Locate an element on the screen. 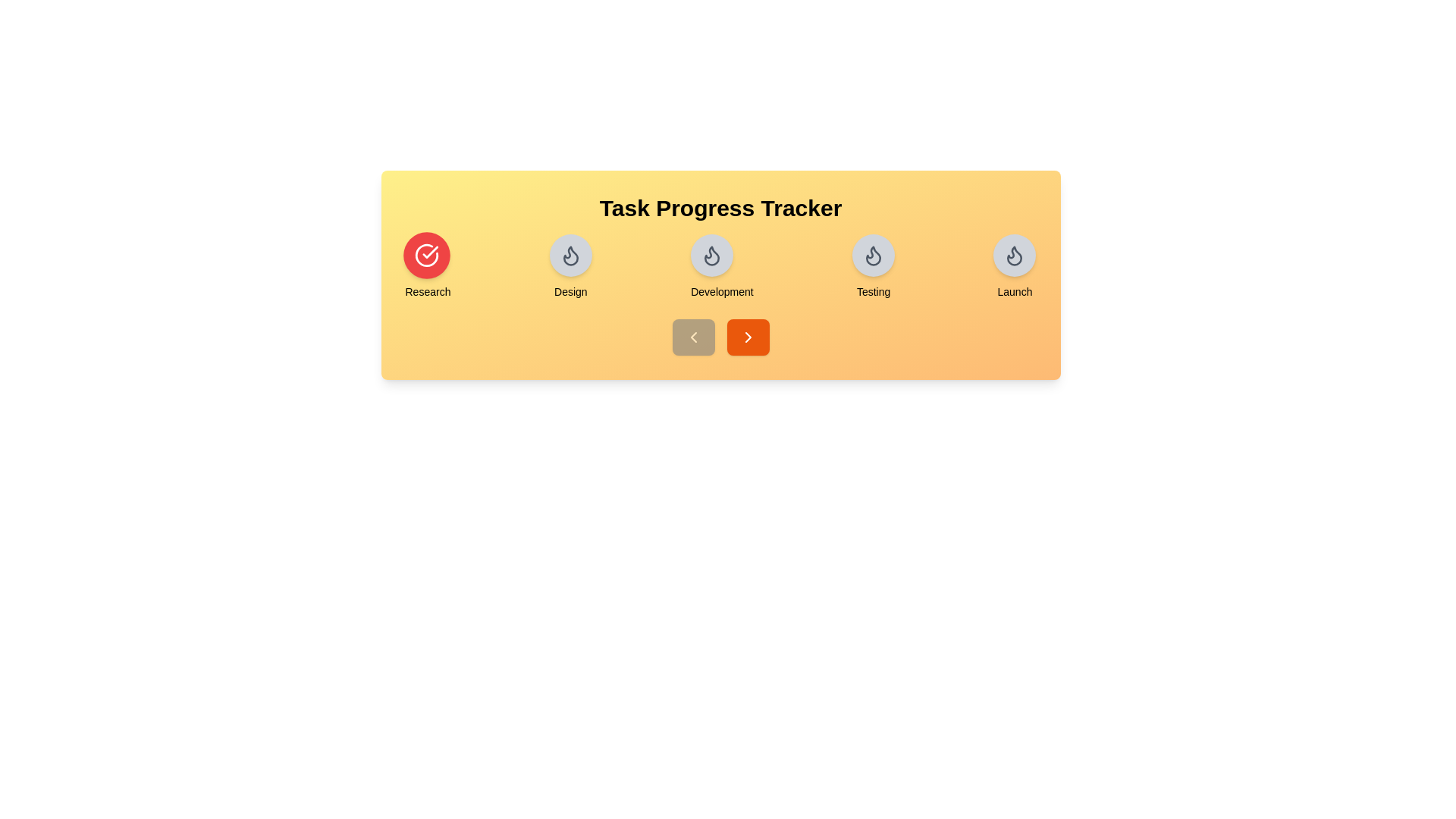 This screenshot has height=819, width=1456. the static text label located directly below the circular red icon, which serves as a descriptive title for the icon's function is located at coordinates (427, 292).